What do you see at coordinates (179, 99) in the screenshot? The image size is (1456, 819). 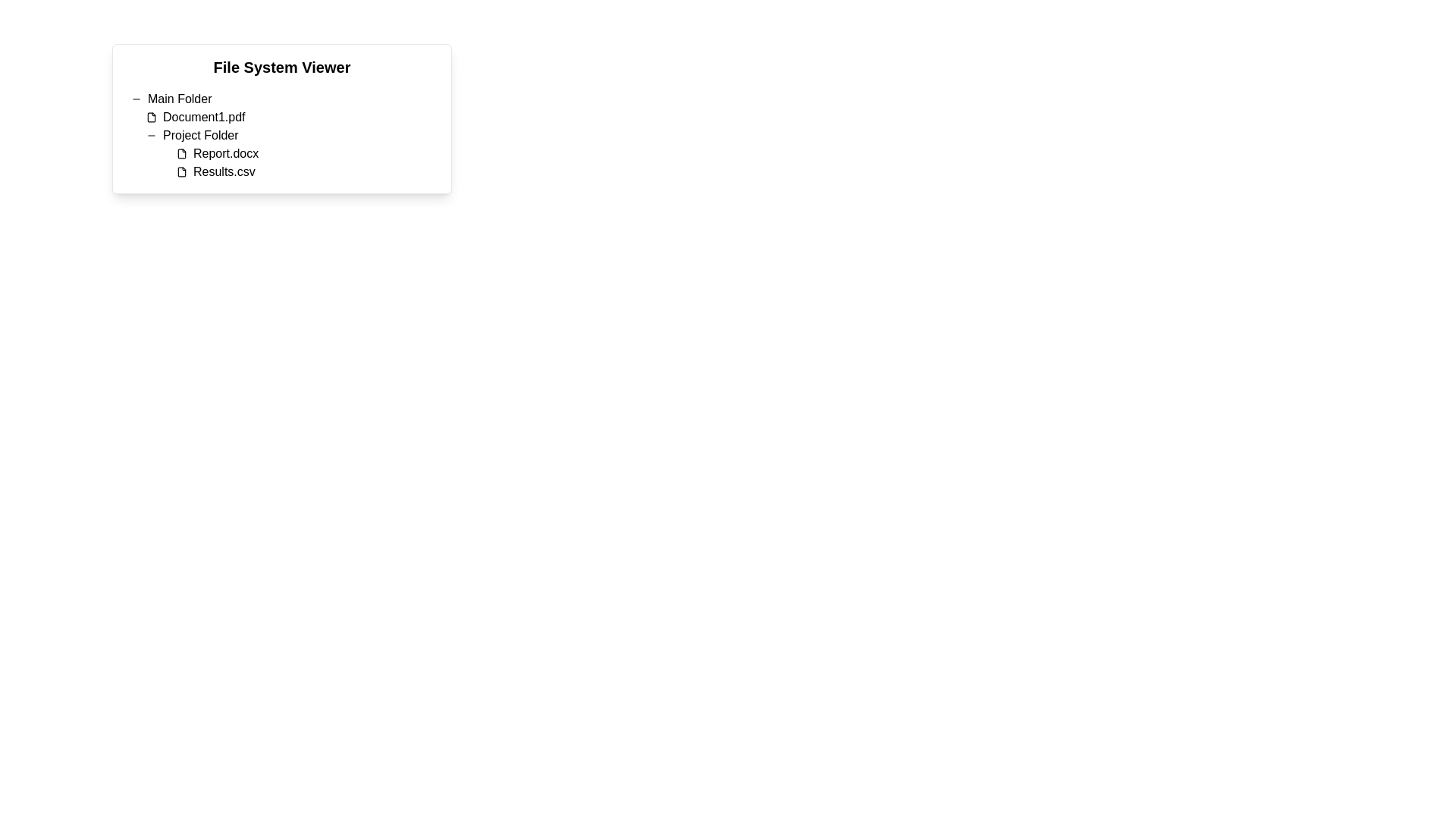 I see `the 'Main Folder' text label to interact with it, which is styled with standard text formatting and is positioned under the 'File System Viewer' heading` at bounding box center [179, 99].